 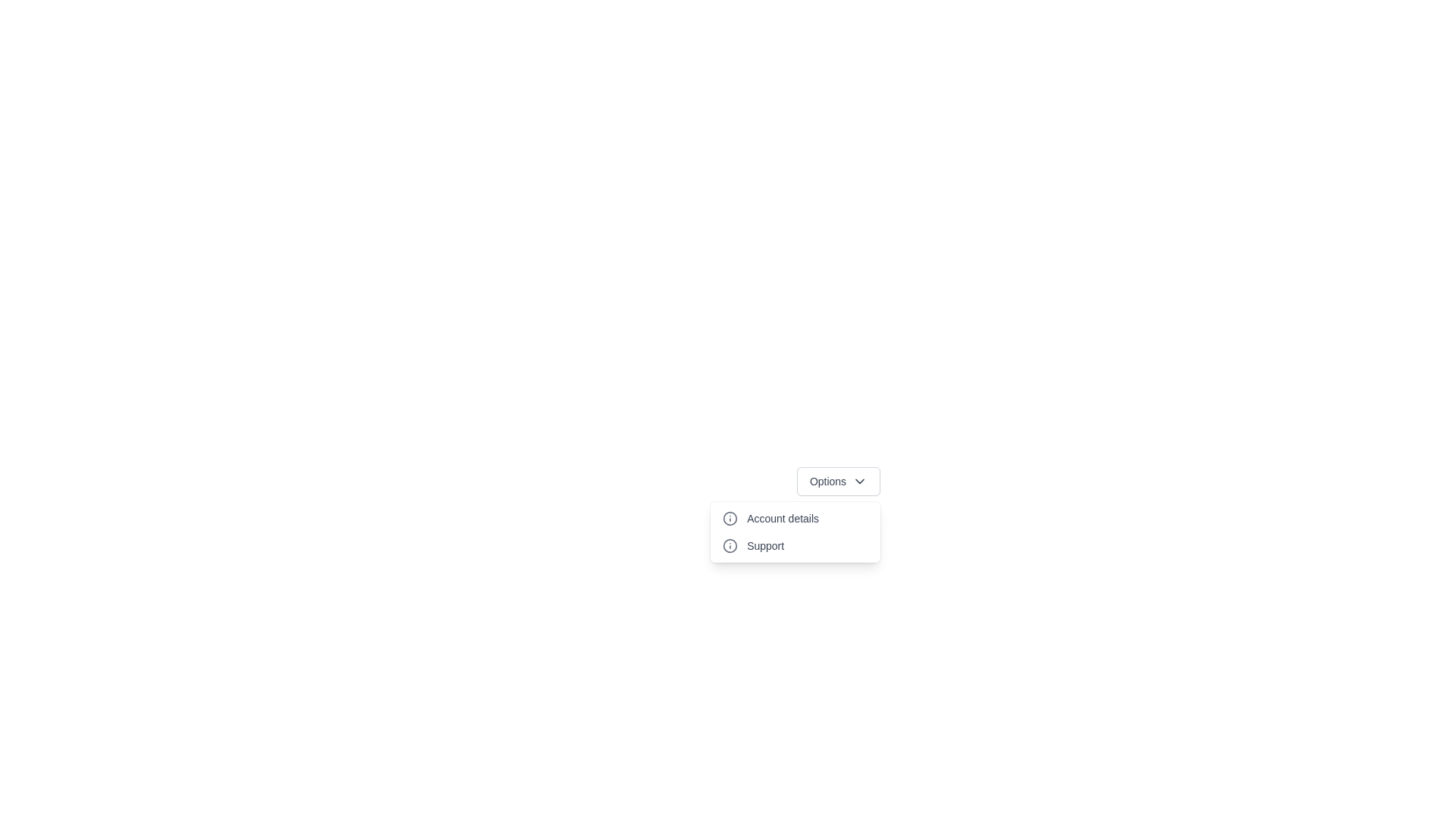 What do you see at coordinates (730, 517) in the screenshot?
I see `the circular icon located to the left of the 'Account details' text in the dropdown menu, serving as its visual identifier` at bounding box center [730, 517].